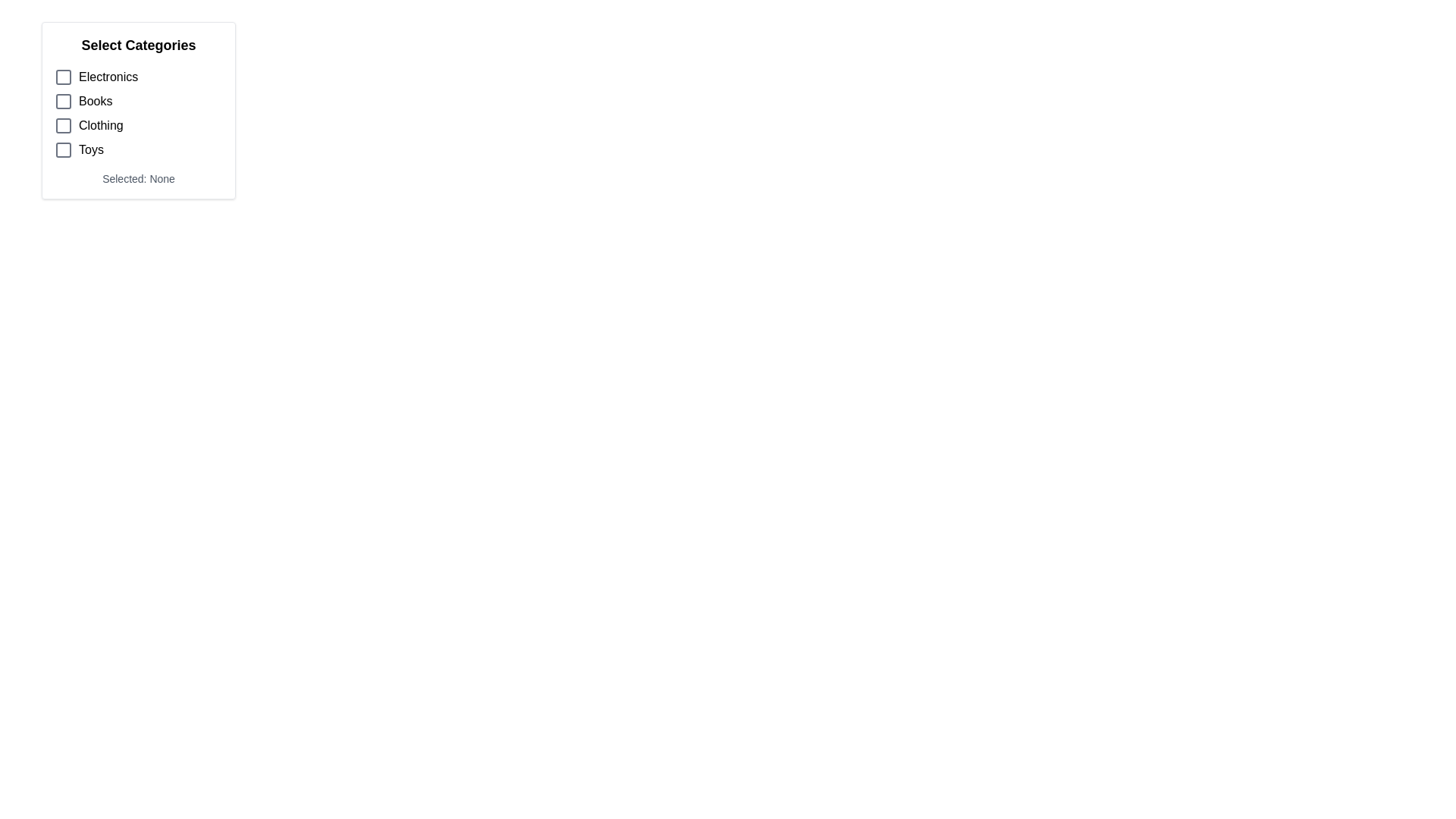 The width and height of the screenshot is (1456, 819). Describe the element at coordinates (108, 77) in the screenshot. I see `the 'Electronics' text label, which is the first label in the vertical list under 'Select Categories' and is aligned with a checkbox icon on the left` at that location.